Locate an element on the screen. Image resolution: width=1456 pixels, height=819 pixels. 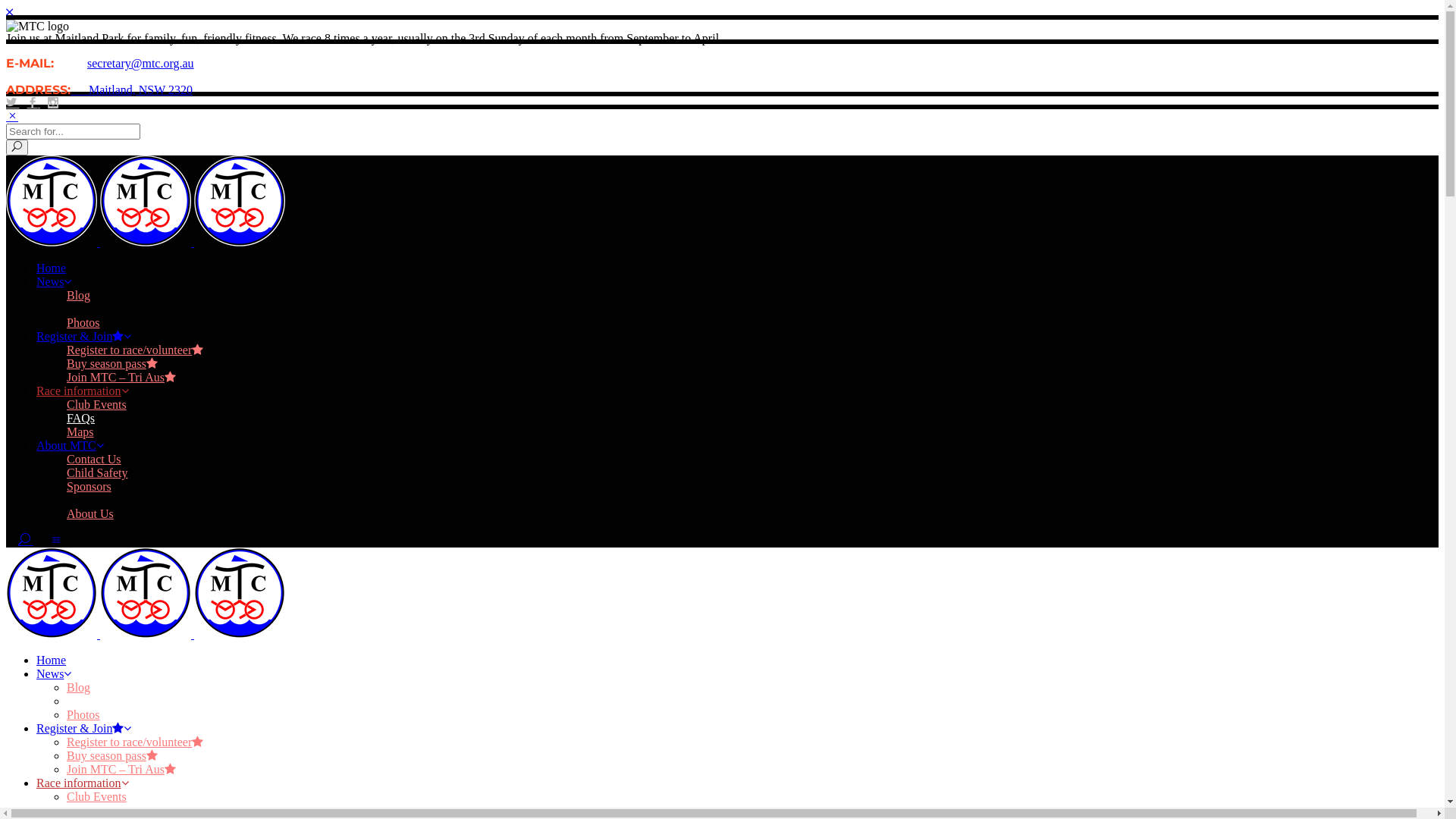
'Race information' is located at coordinates (82, 390).